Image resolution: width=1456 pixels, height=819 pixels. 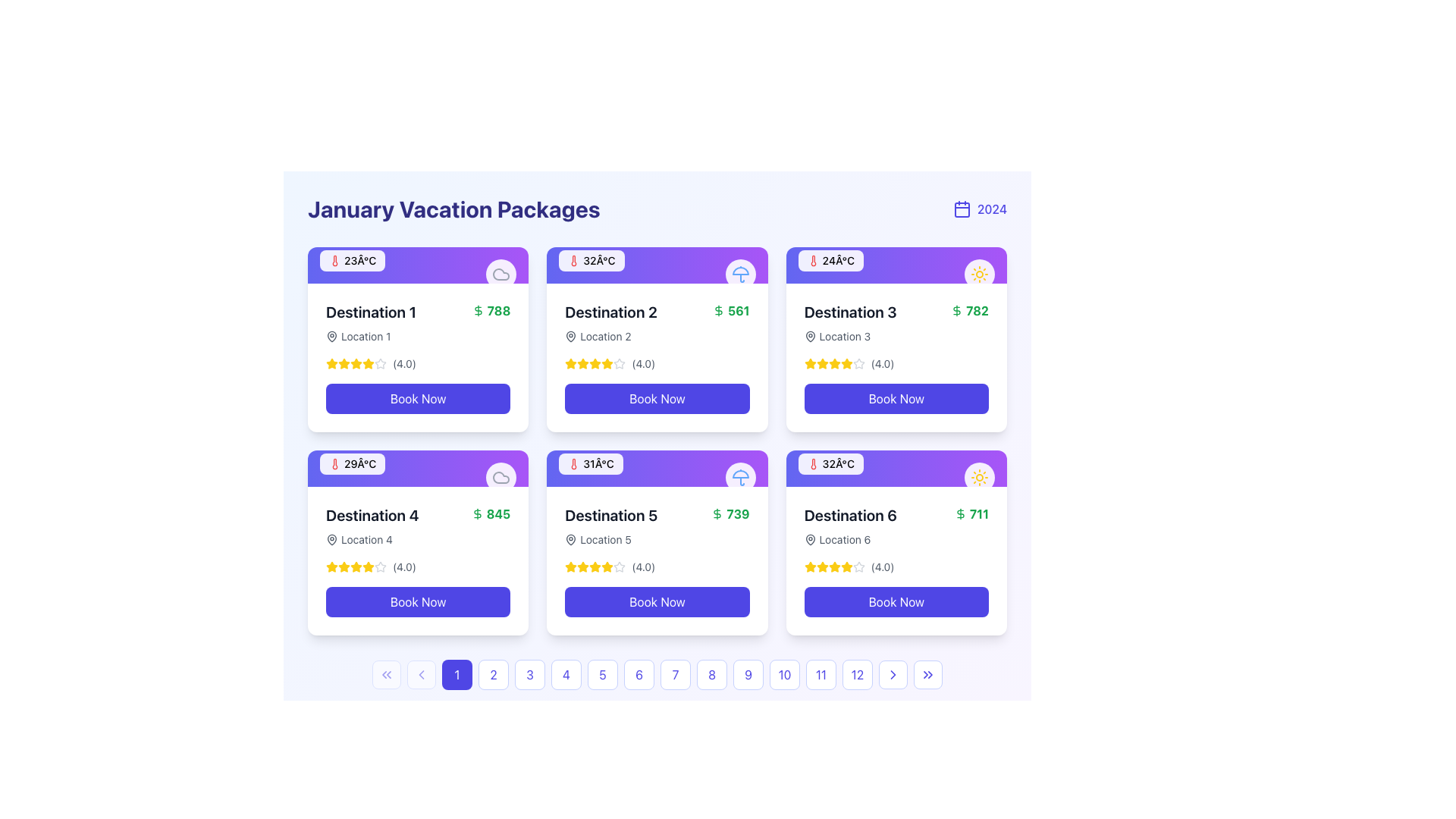 I want to click on map pin marker icon located at the center of the pin shape, which is positioned next to the text 'Location 1' in the 'Destination 1' card, so click(x=809, y=335).